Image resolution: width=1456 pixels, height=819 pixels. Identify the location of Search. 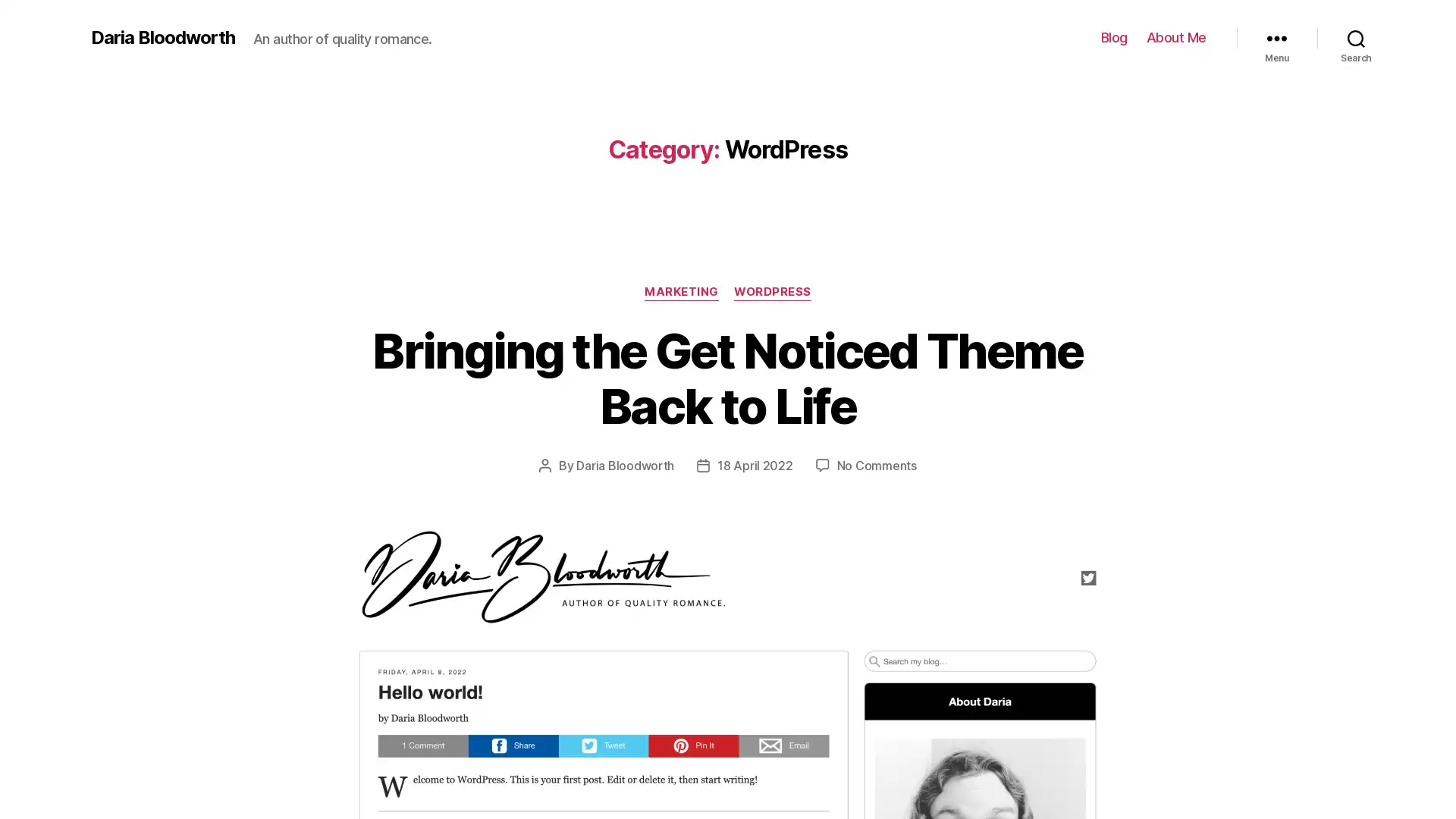
(1356, 37).